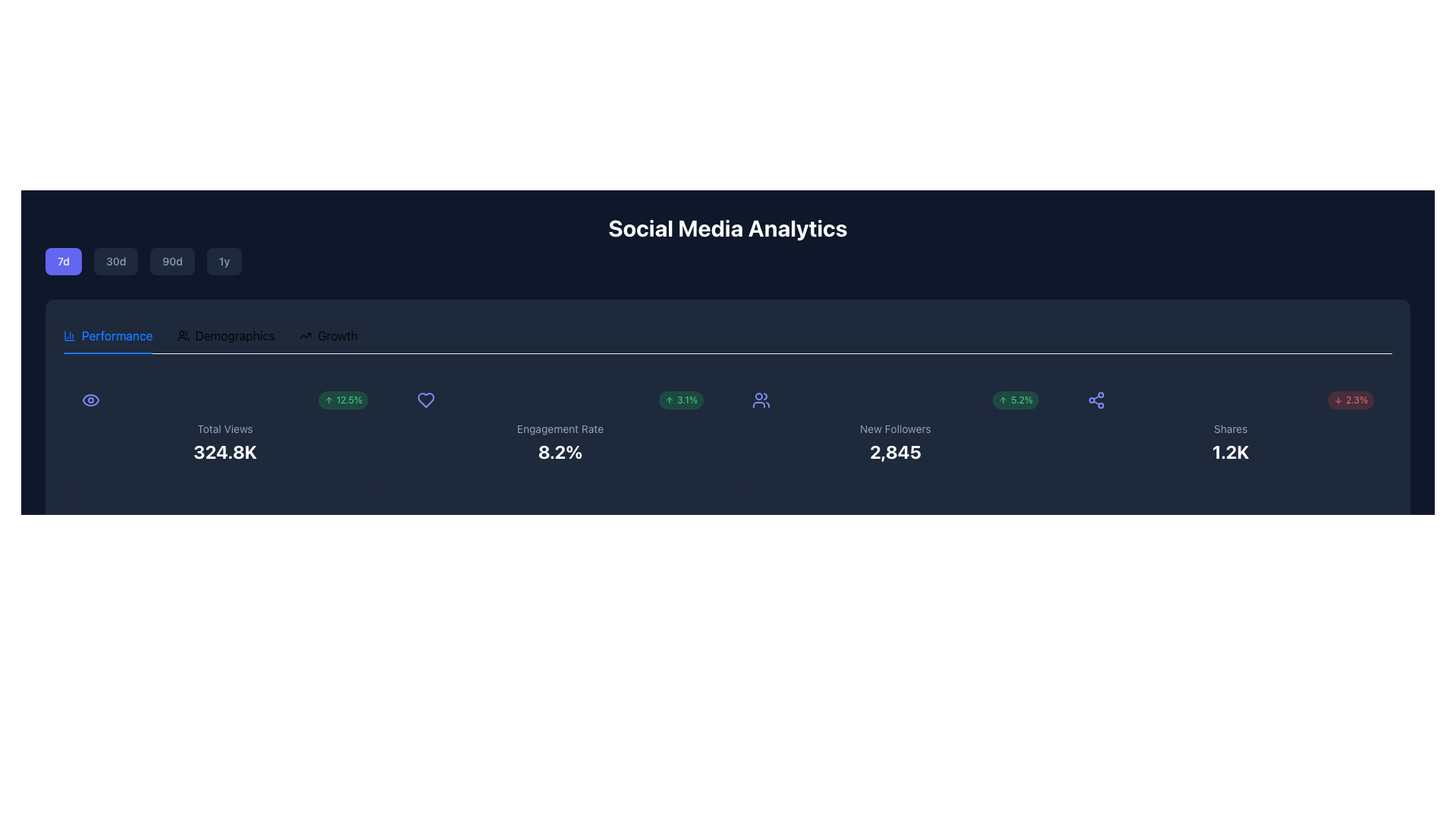  I want to click on the central tab labeled 'Demographics' in the navigation menu, so click(209, 335).